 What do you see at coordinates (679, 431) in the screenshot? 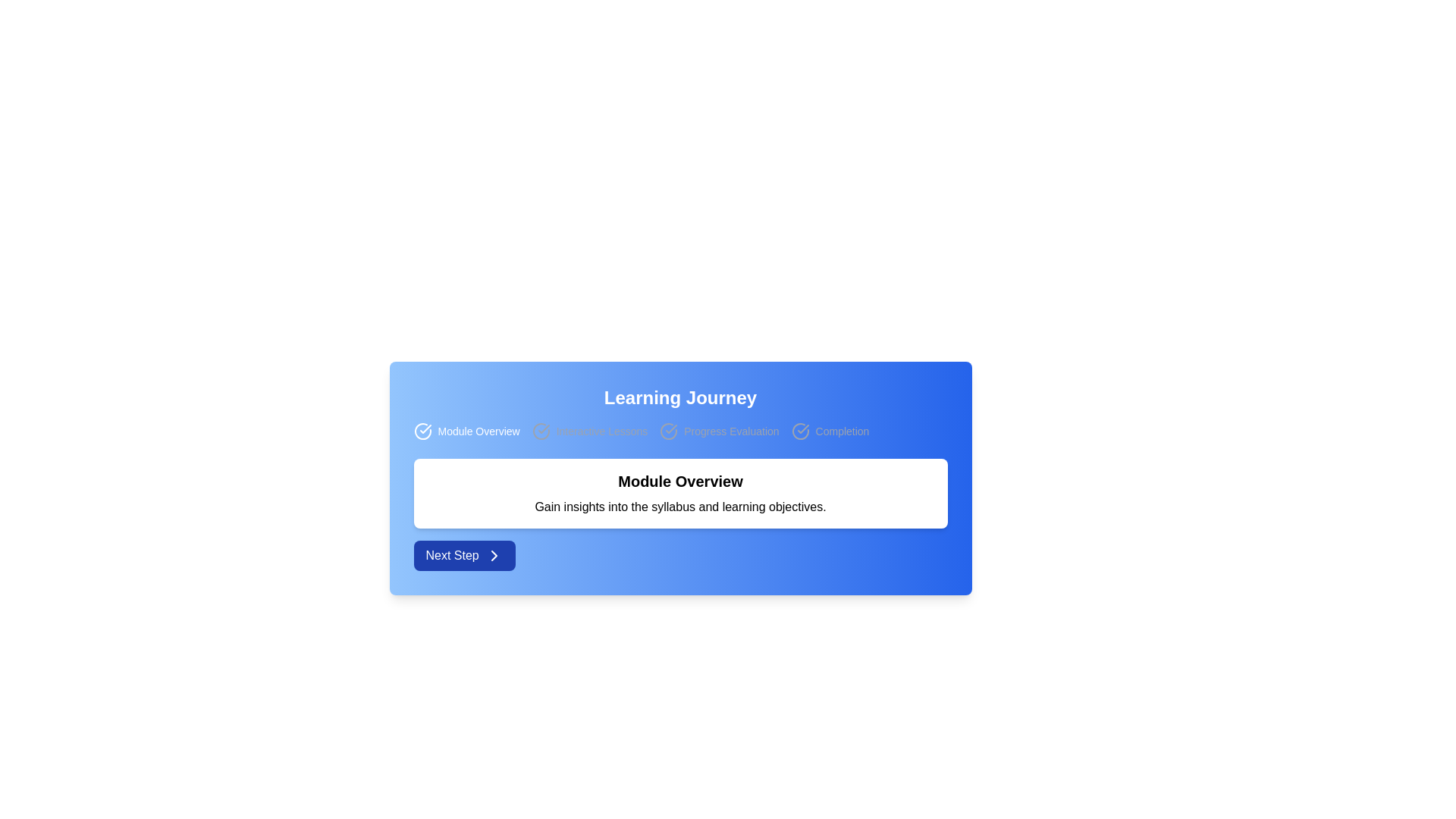
I see `the icons or text in the Progress Bar located beneath the 'Learning Journey' heading` at bounding box center [679, 431].